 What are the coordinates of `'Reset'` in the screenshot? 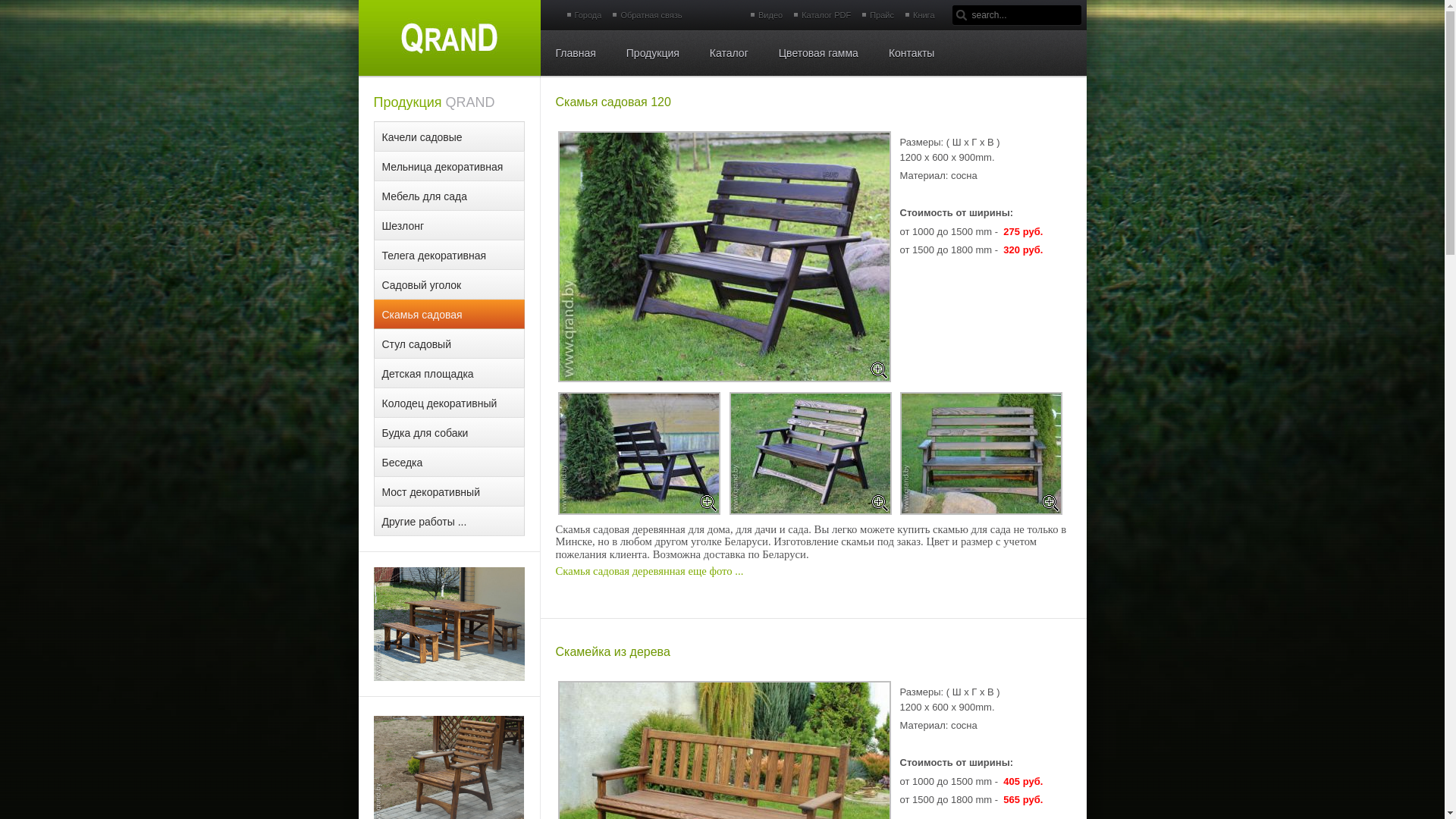 It's located at (0, 9).